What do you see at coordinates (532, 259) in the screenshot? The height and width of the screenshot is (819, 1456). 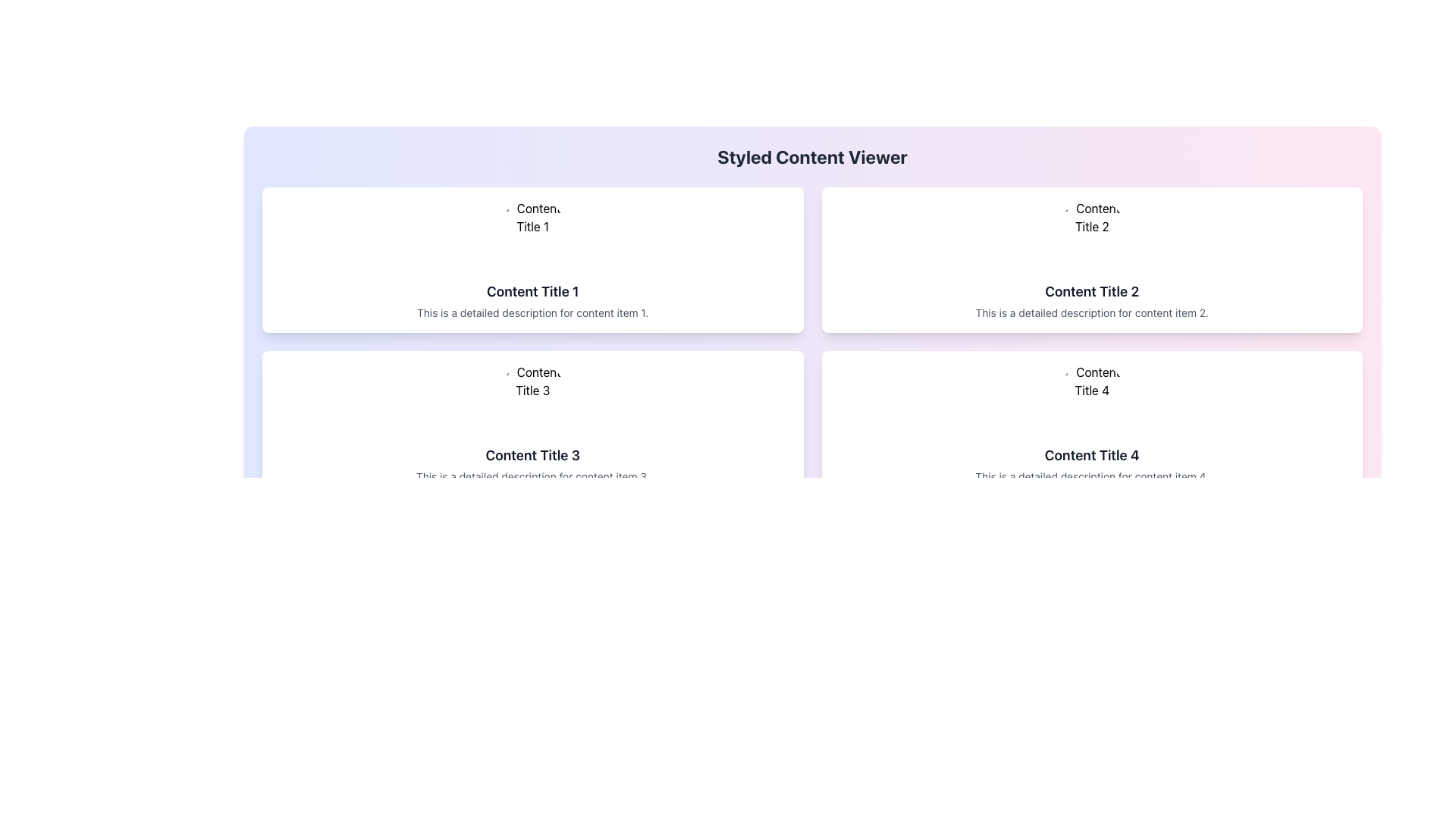 I see `the Content Card located in the top-left corner of the grid layout` at bounding box center [532, 259].